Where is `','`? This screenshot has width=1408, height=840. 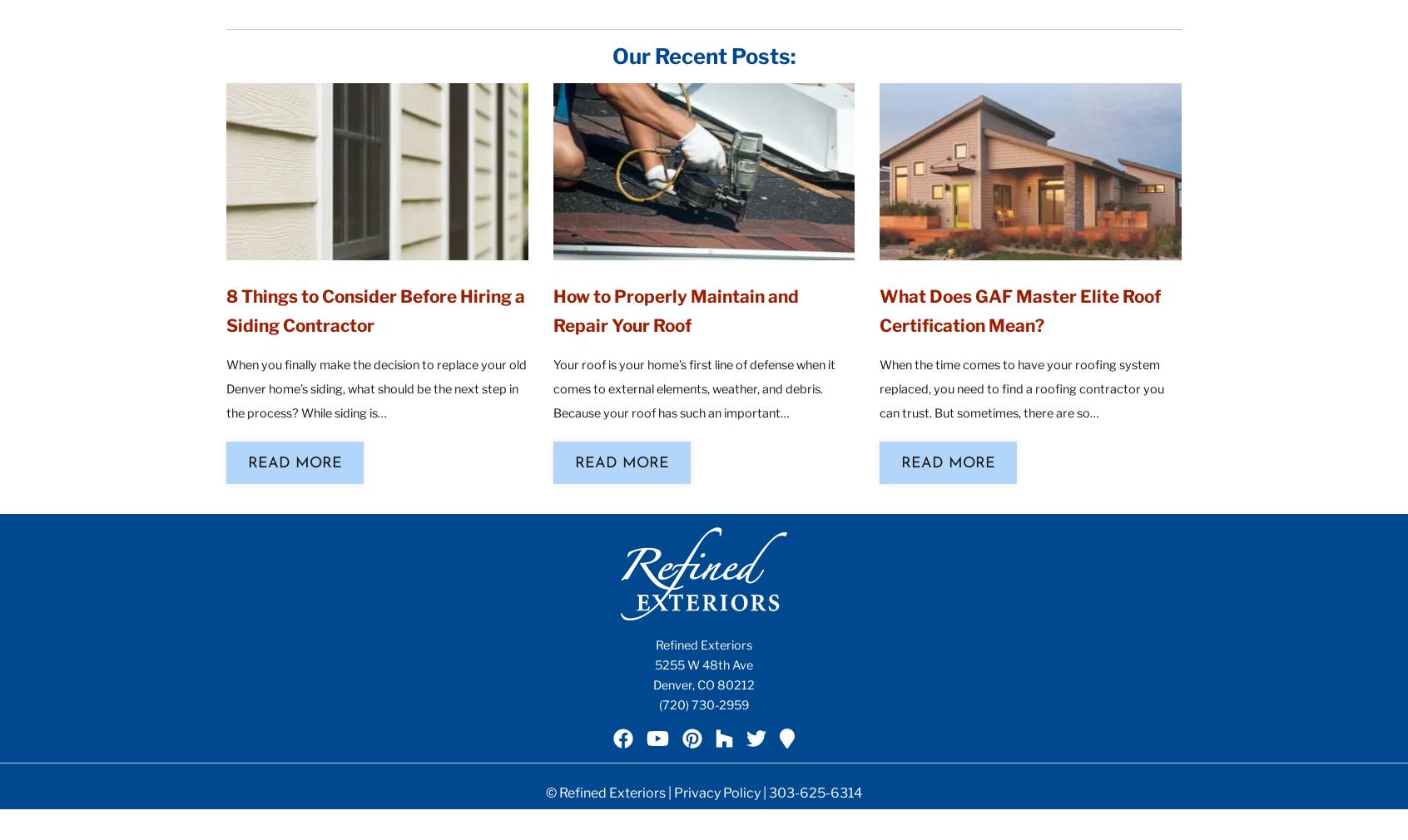
',' is located at coordinates (695, 684).